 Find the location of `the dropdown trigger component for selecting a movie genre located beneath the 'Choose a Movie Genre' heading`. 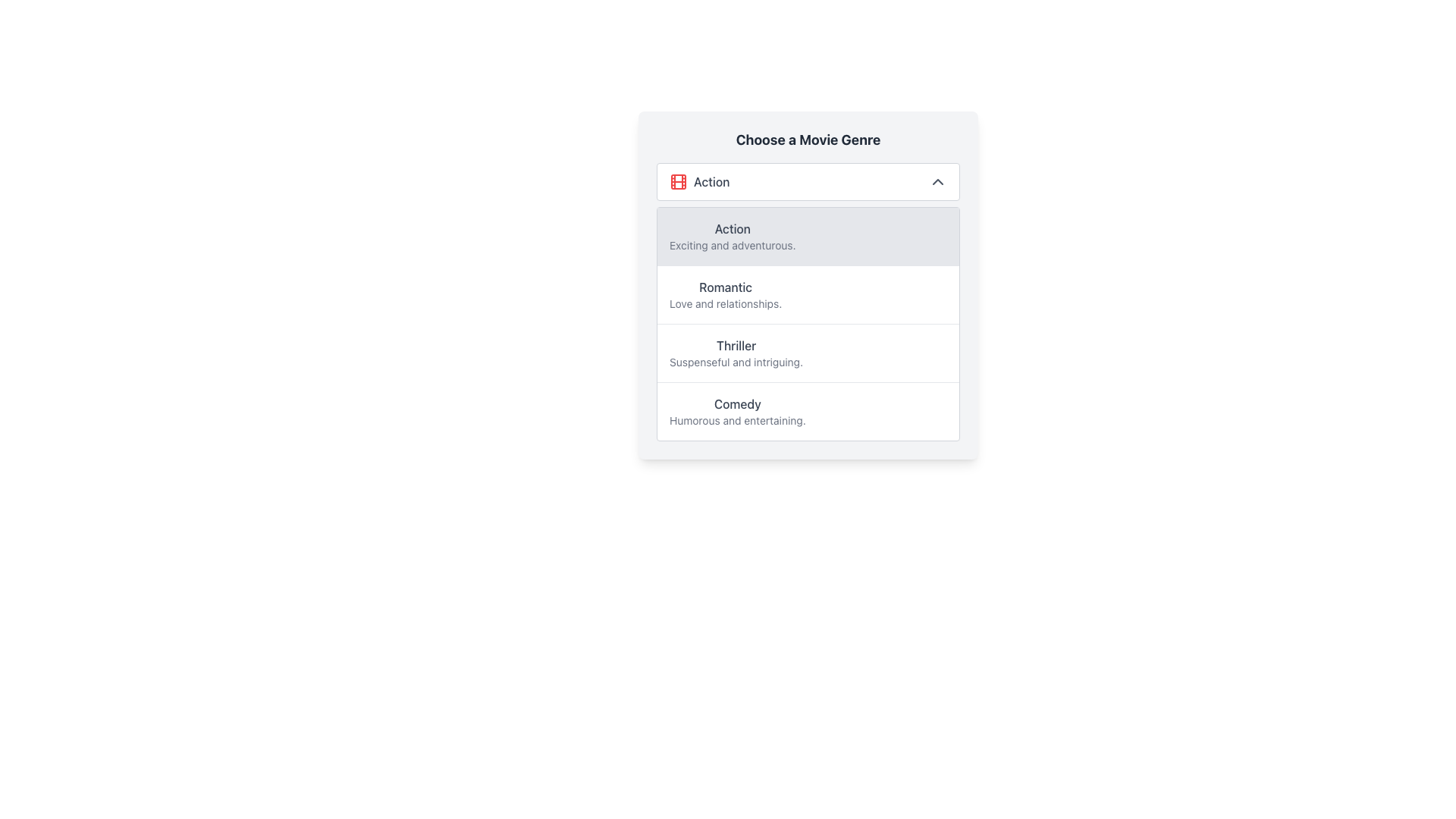

the dropdown trigger component for selecting a movie genre located beneath the 'Choose a Movie Genre' heading is located at coordinates (807, 180).